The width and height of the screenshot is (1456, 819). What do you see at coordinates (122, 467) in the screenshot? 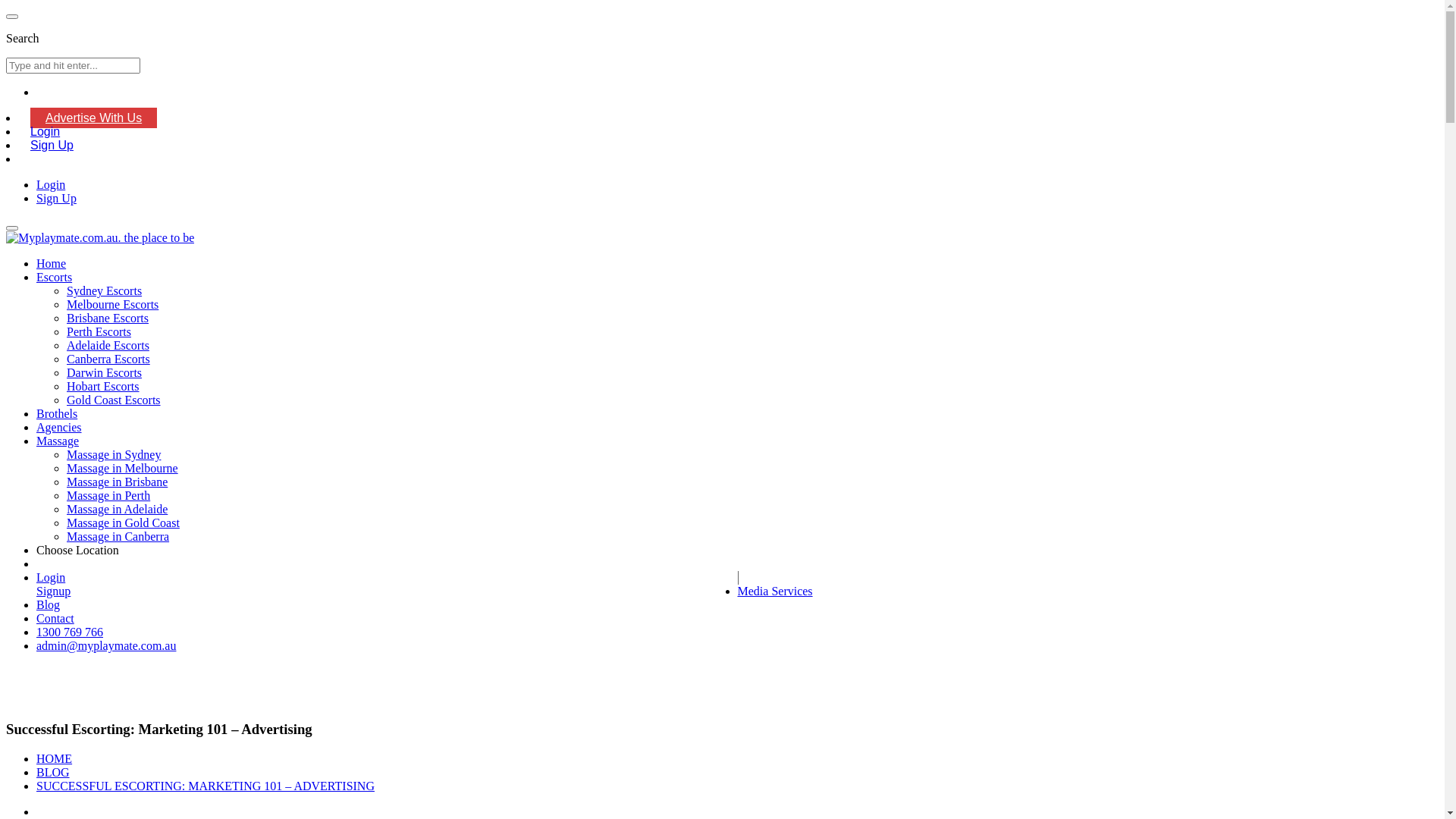
I see `'Massage in Melbourne'` at bounding box center [122, 467].